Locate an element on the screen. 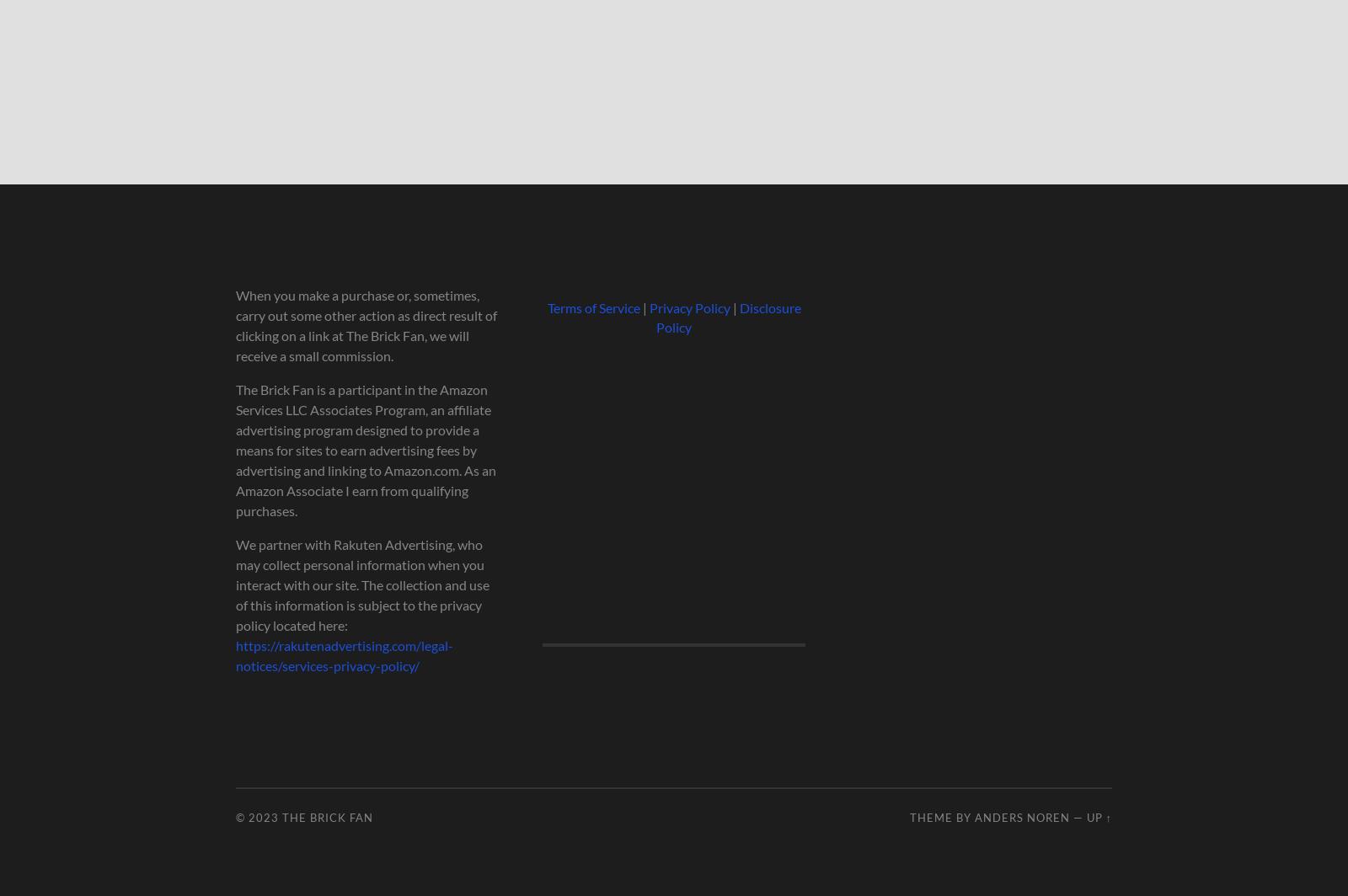  'Terms of Service' is located at coordinates (593, 307).